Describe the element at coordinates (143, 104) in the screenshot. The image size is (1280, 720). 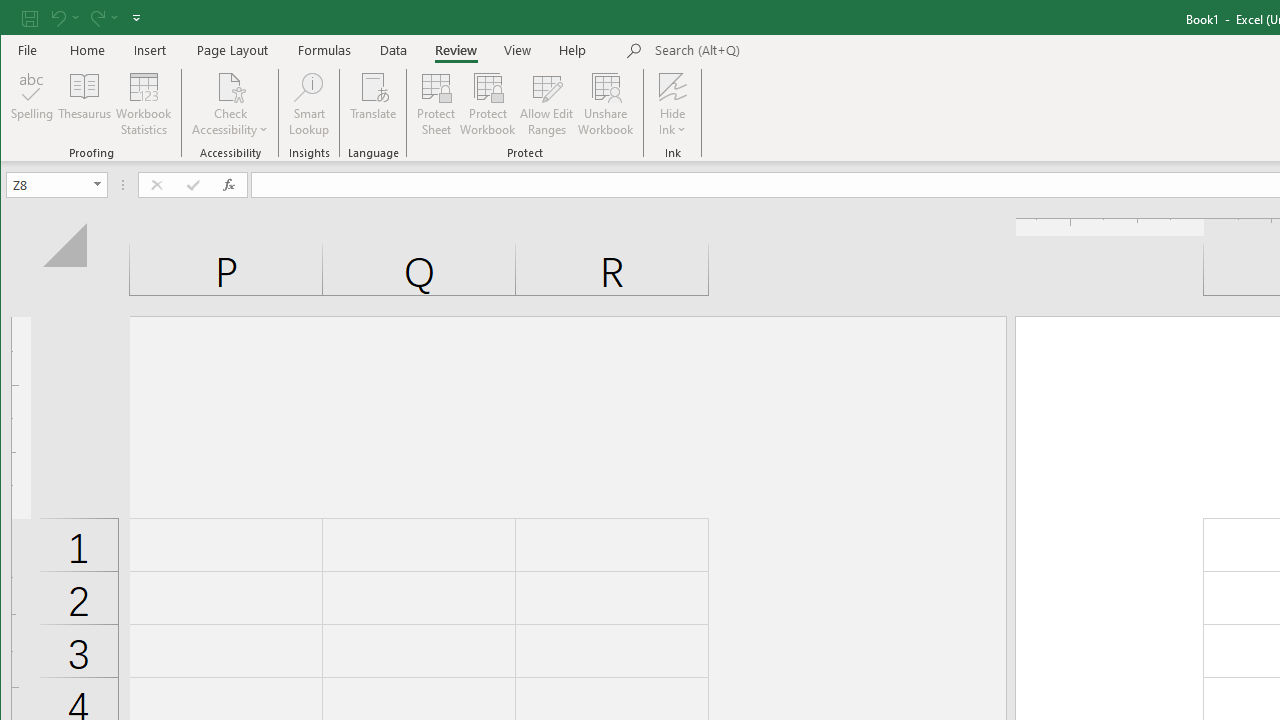
I see `'Workbook Statistics'` at that location.